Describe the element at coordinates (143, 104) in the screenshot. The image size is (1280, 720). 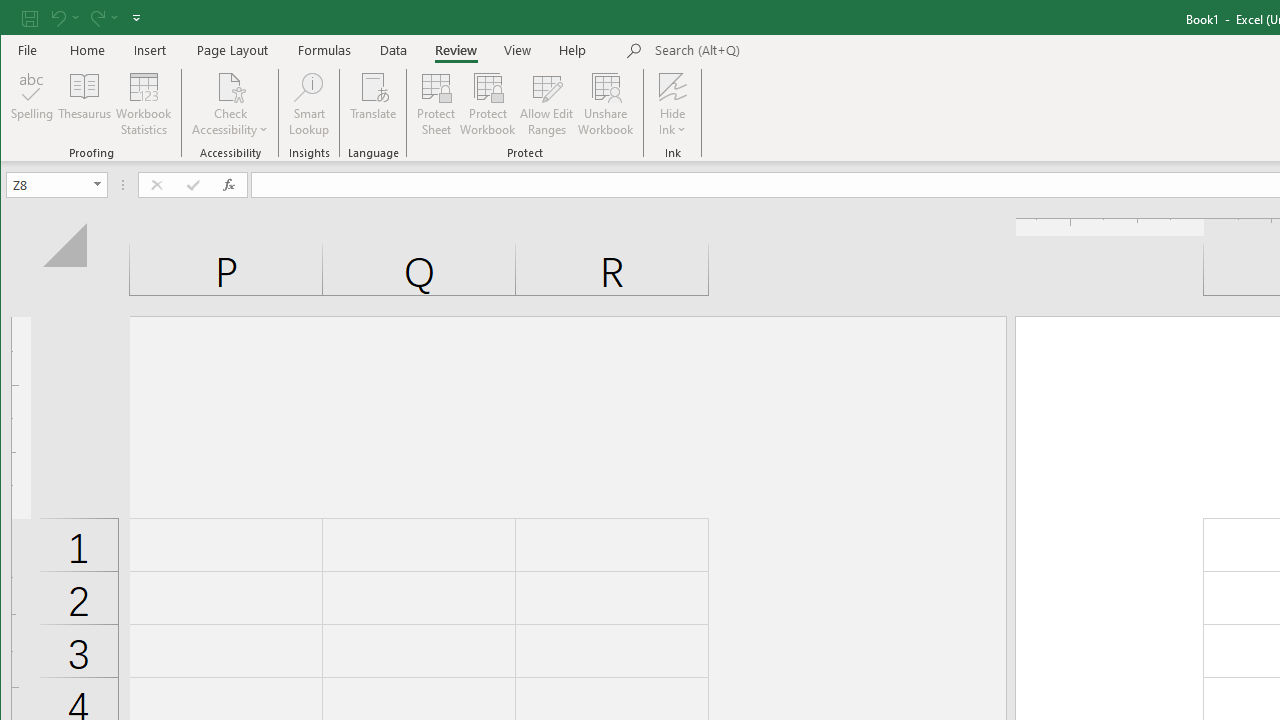
I see `'Workbook Statistics'` at that location.